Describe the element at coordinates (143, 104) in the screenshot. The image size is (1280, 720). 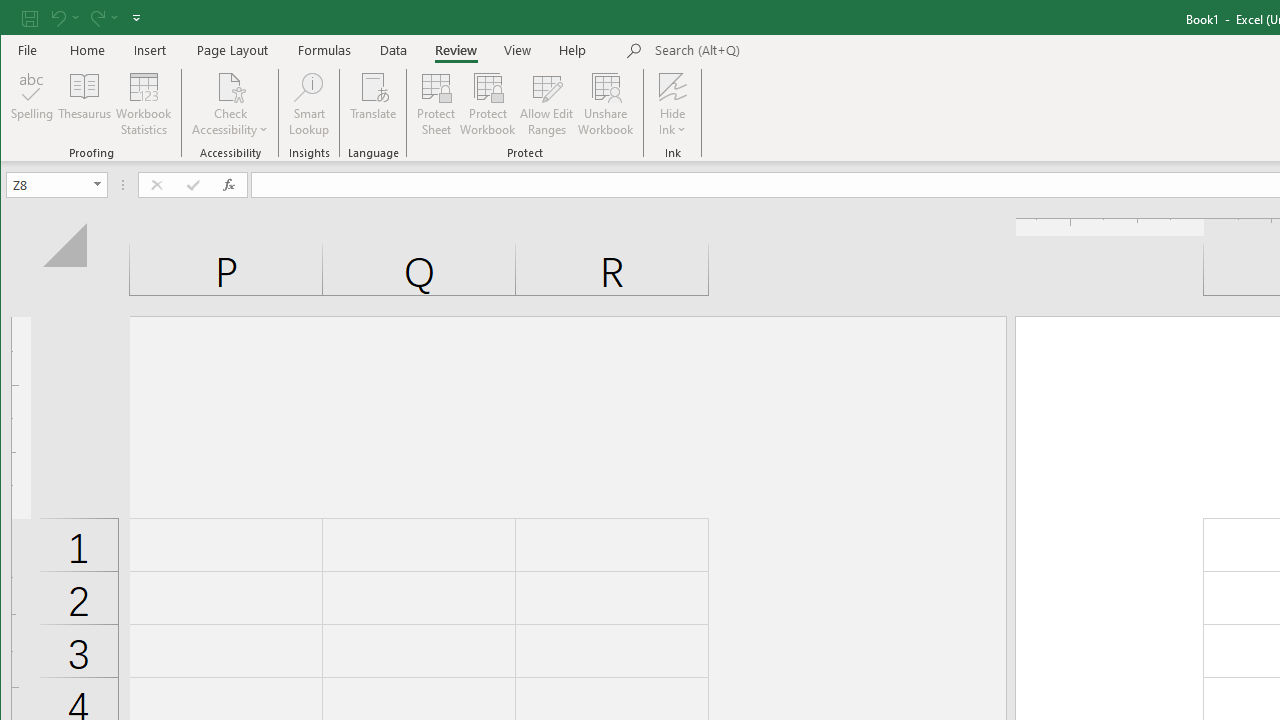
I see `'Workbook Statistics'` at that location.